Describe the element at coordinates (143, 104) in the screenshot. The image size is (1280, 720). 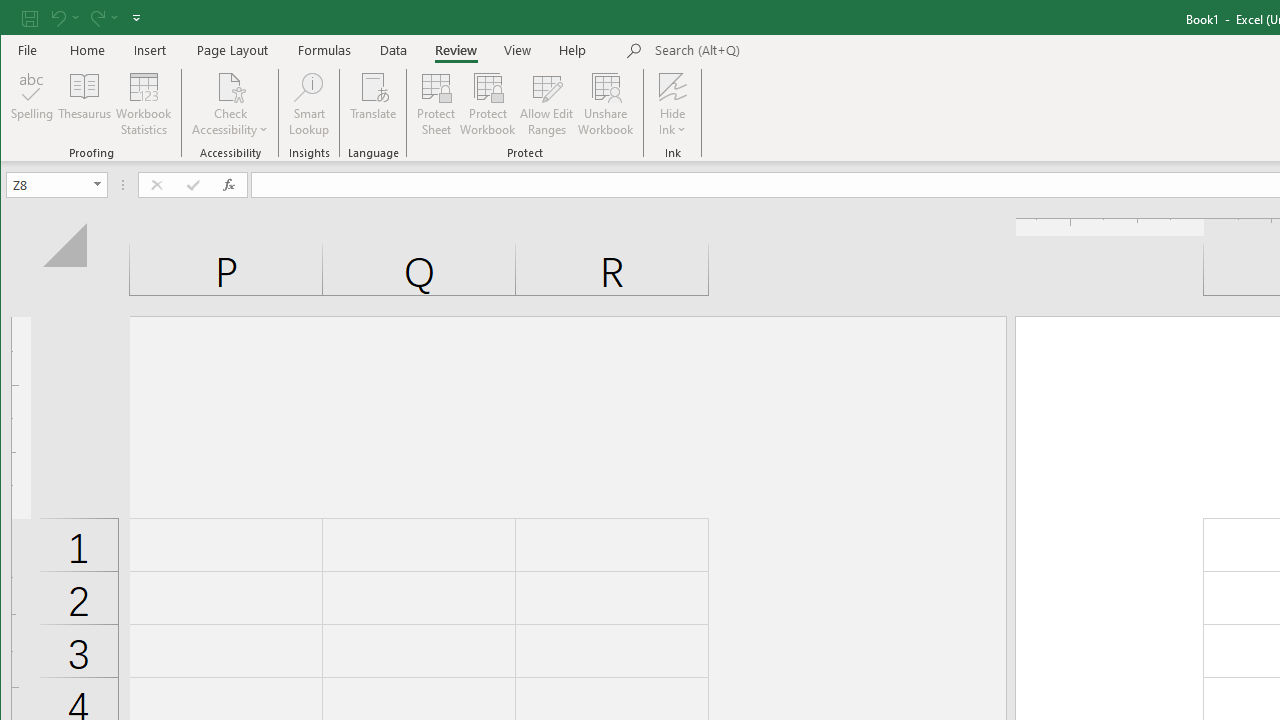
I see `'Workbook Statistics'` at that location.